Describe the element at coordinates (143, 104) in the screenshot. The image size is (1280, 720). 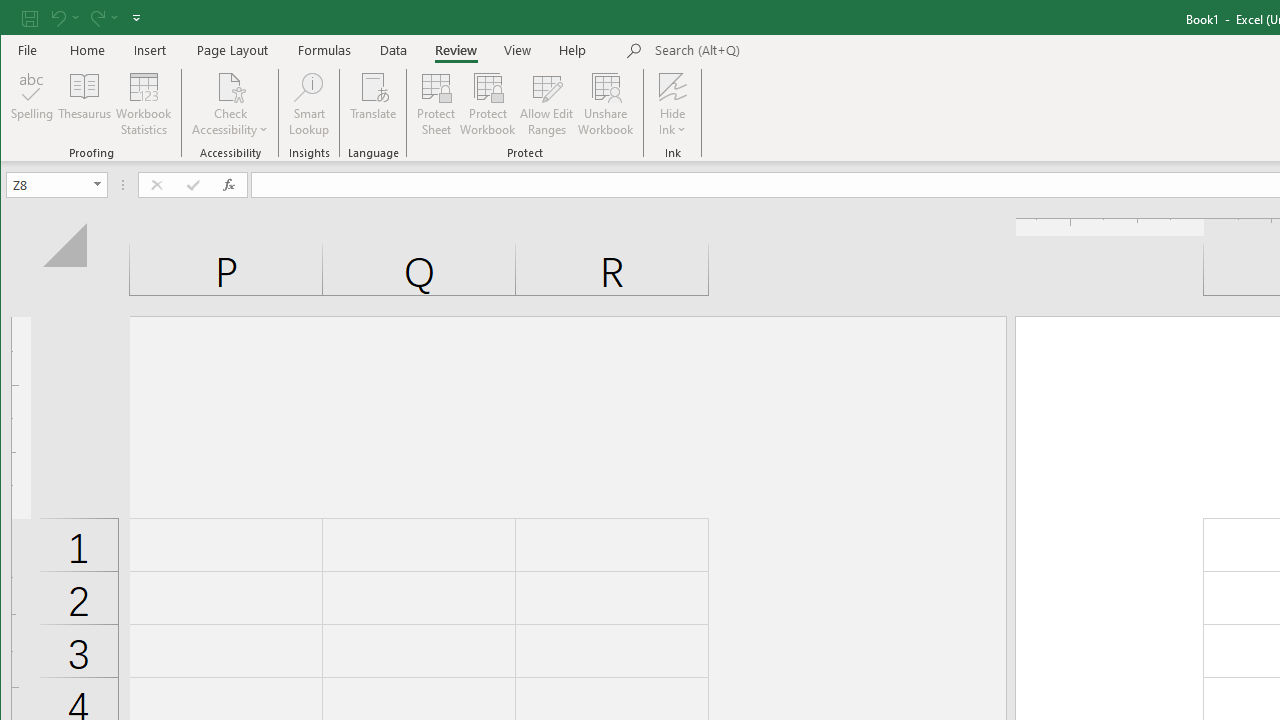
I see `'Workbook Statistics'` at that location.